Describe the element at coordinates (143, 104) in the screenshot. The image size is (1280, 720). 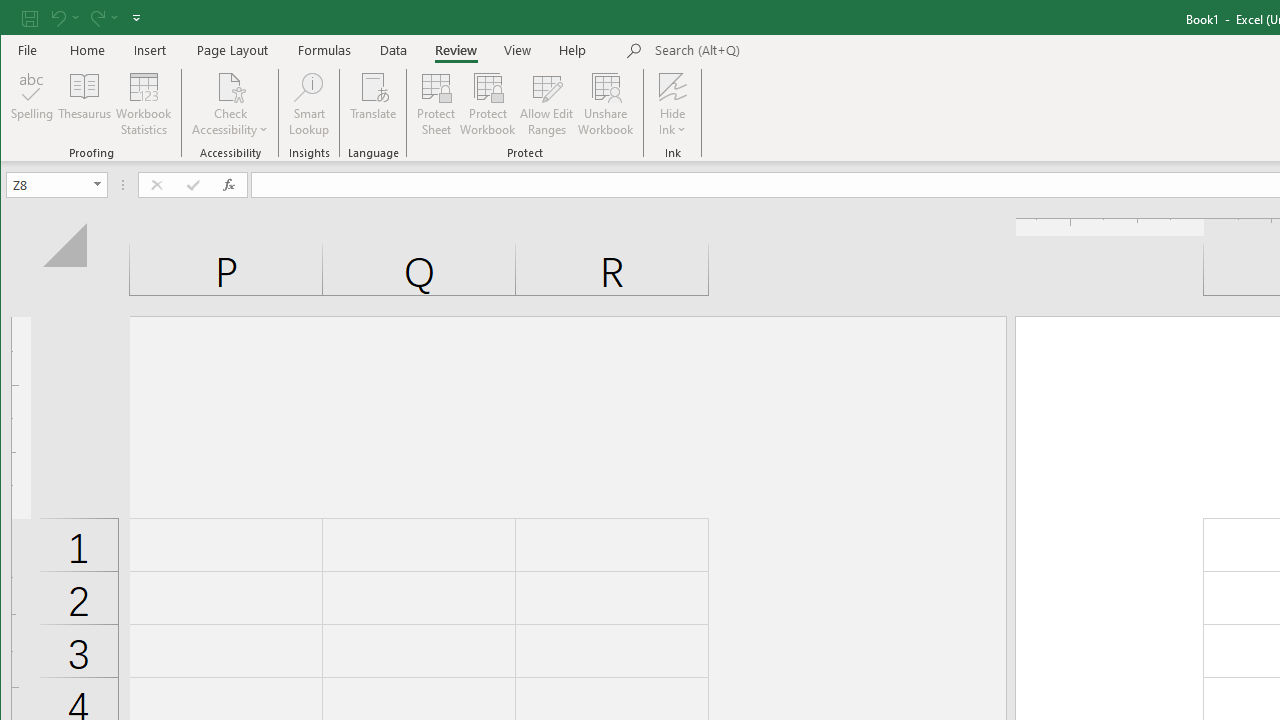
I see `'Workbook Statistics'` at that location.